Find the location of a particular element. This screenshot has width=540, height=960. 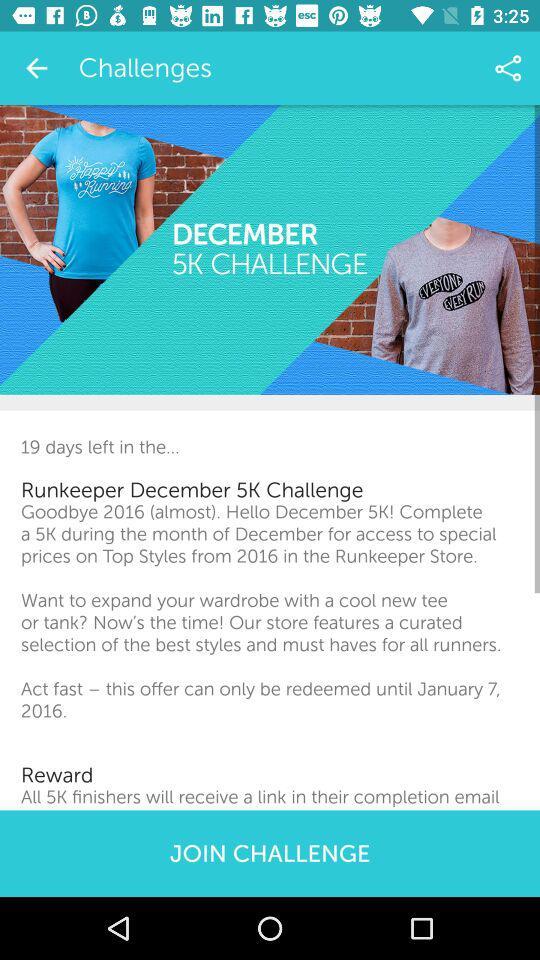

join challenge is located at coordinates (270, 852).